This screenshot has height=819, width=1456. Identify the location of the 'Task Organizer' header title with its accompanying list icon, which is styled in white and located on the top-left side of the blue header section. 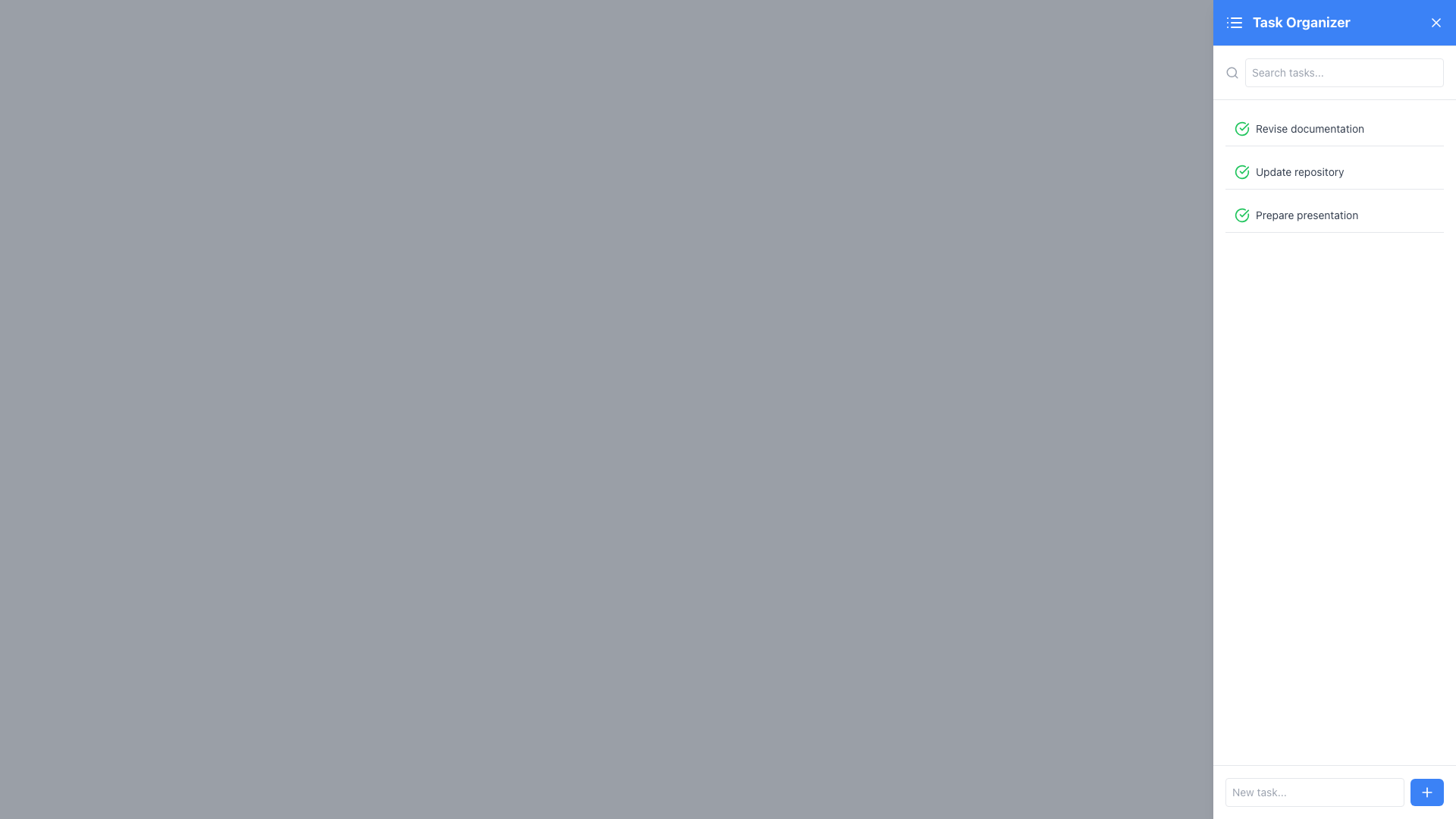
(1287, 23).